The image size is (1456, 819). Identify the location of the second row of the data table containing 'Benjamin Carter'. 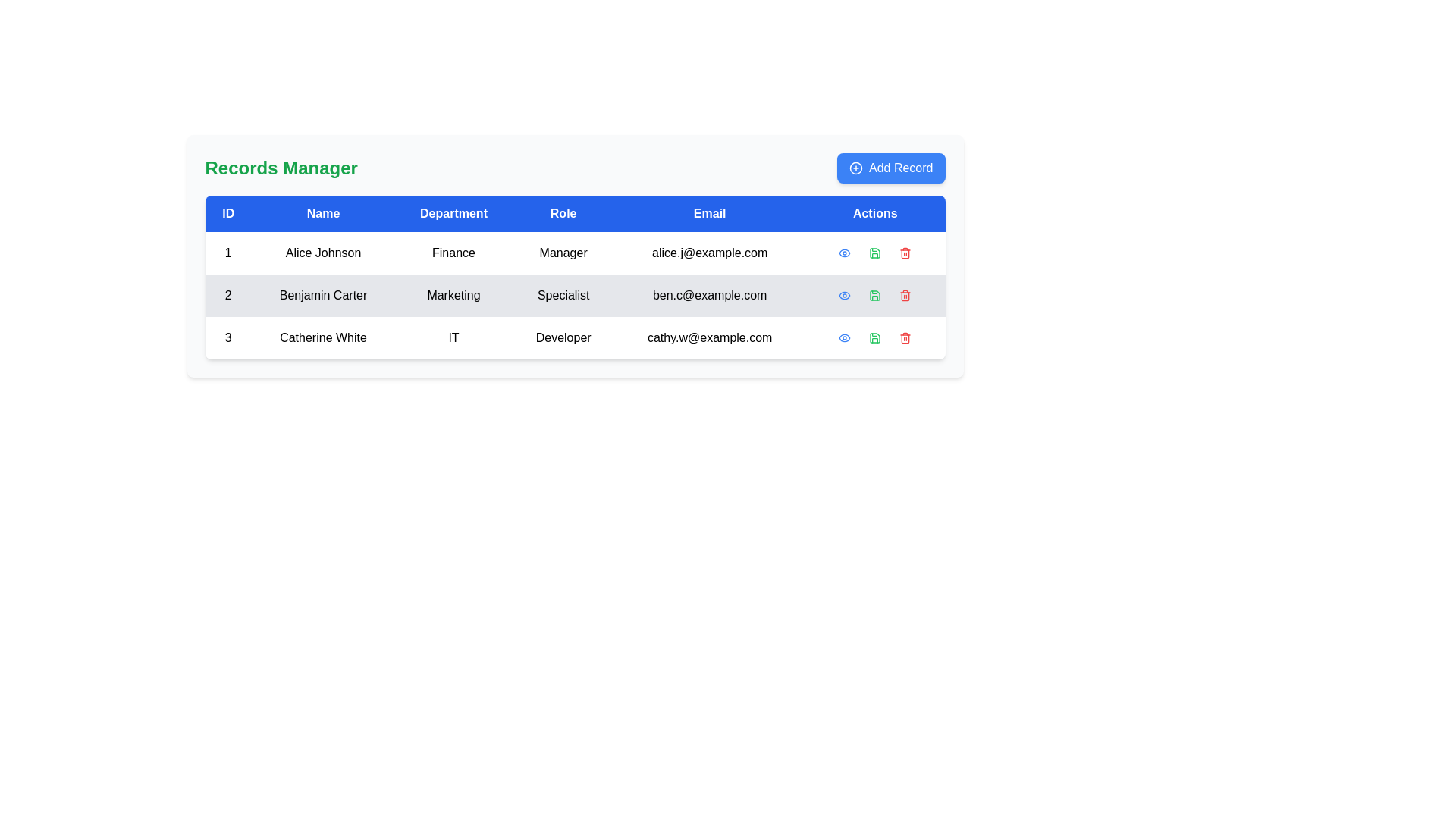
(574, 295).